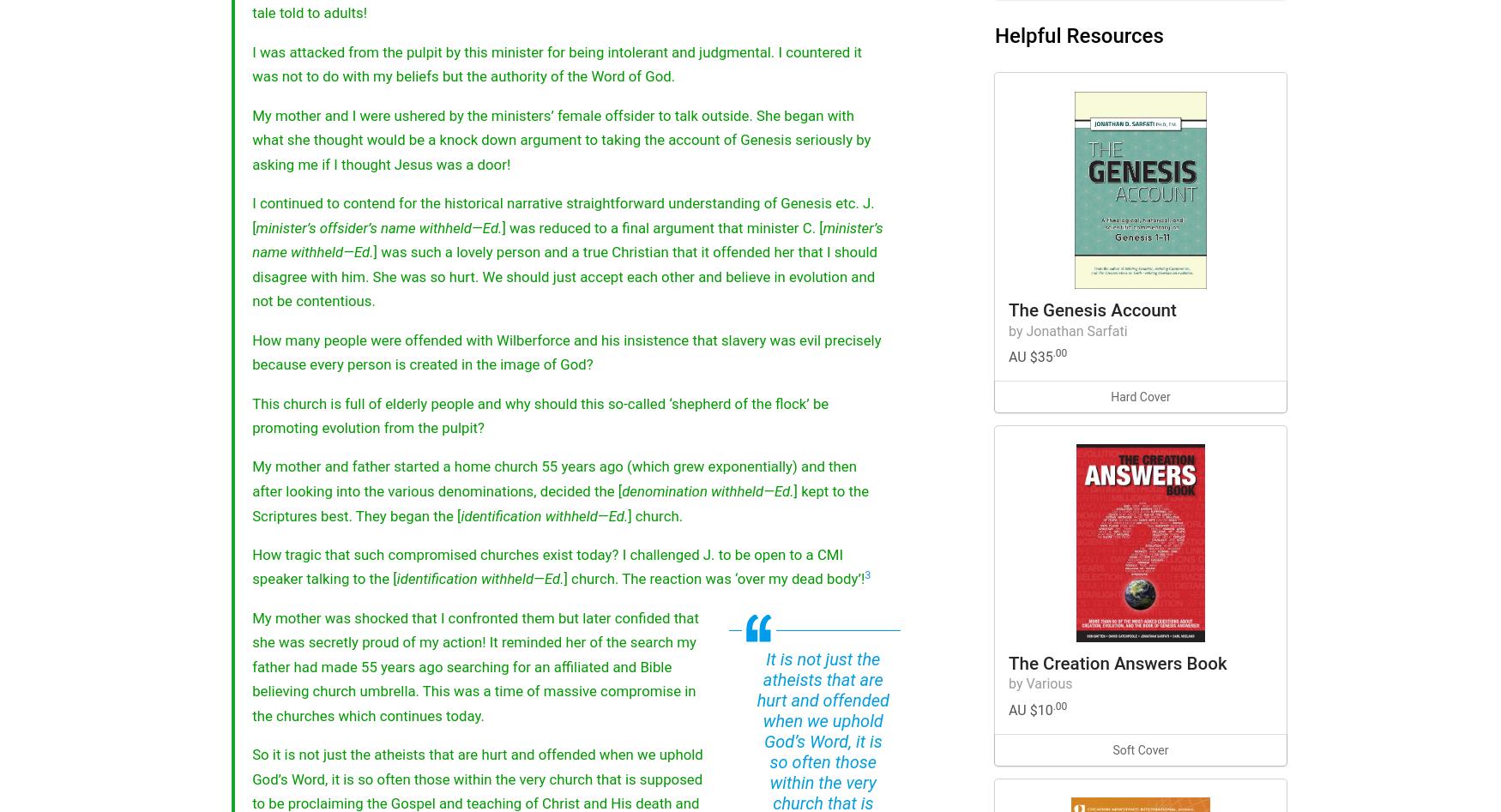  Describe the element at coordinates (1008, 683) in the screenshot. I see `'by Various'` at that location.